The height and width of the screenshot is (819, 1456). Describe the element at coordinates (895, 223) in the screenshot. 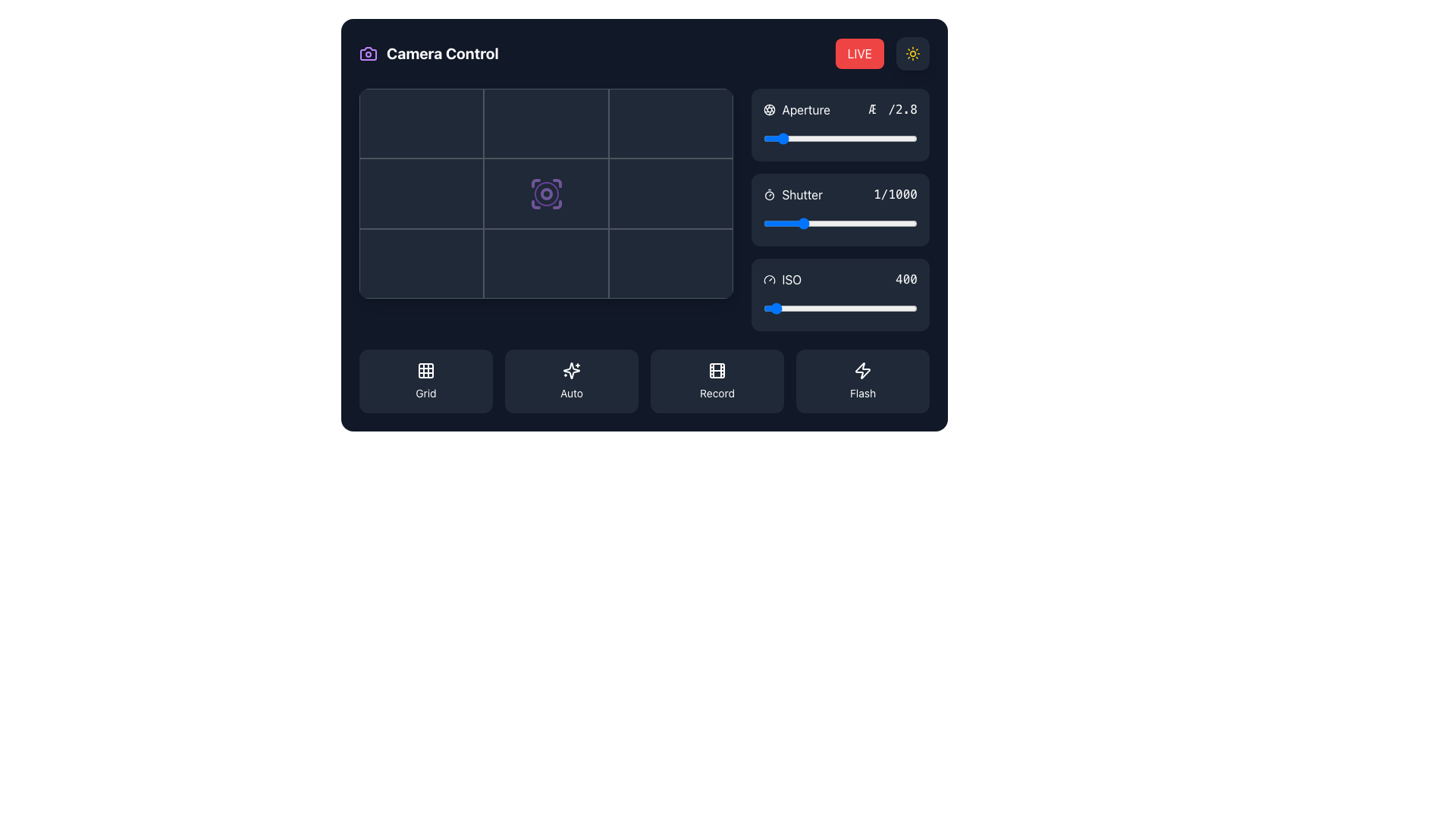

I see `the shutter speed value` at that location.